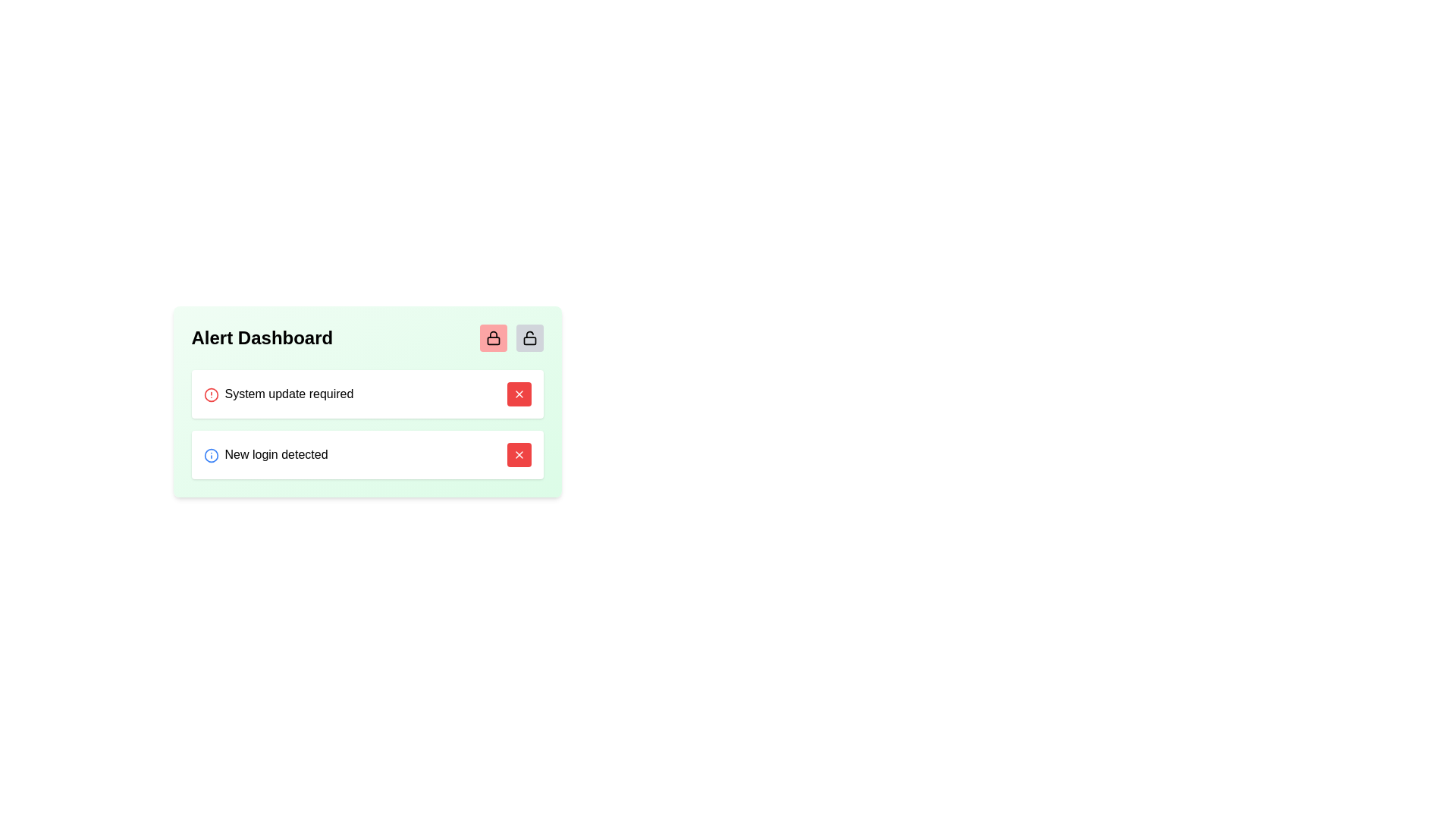 The image size is (1456, 819). Describe the element at coordinates (210, 454) in the screenshot. I see `the blue info icon with an embedded letter 'i', located to the left of the 'New login detected' text in the notification row of the 'Alert Dashboard'` at that location.